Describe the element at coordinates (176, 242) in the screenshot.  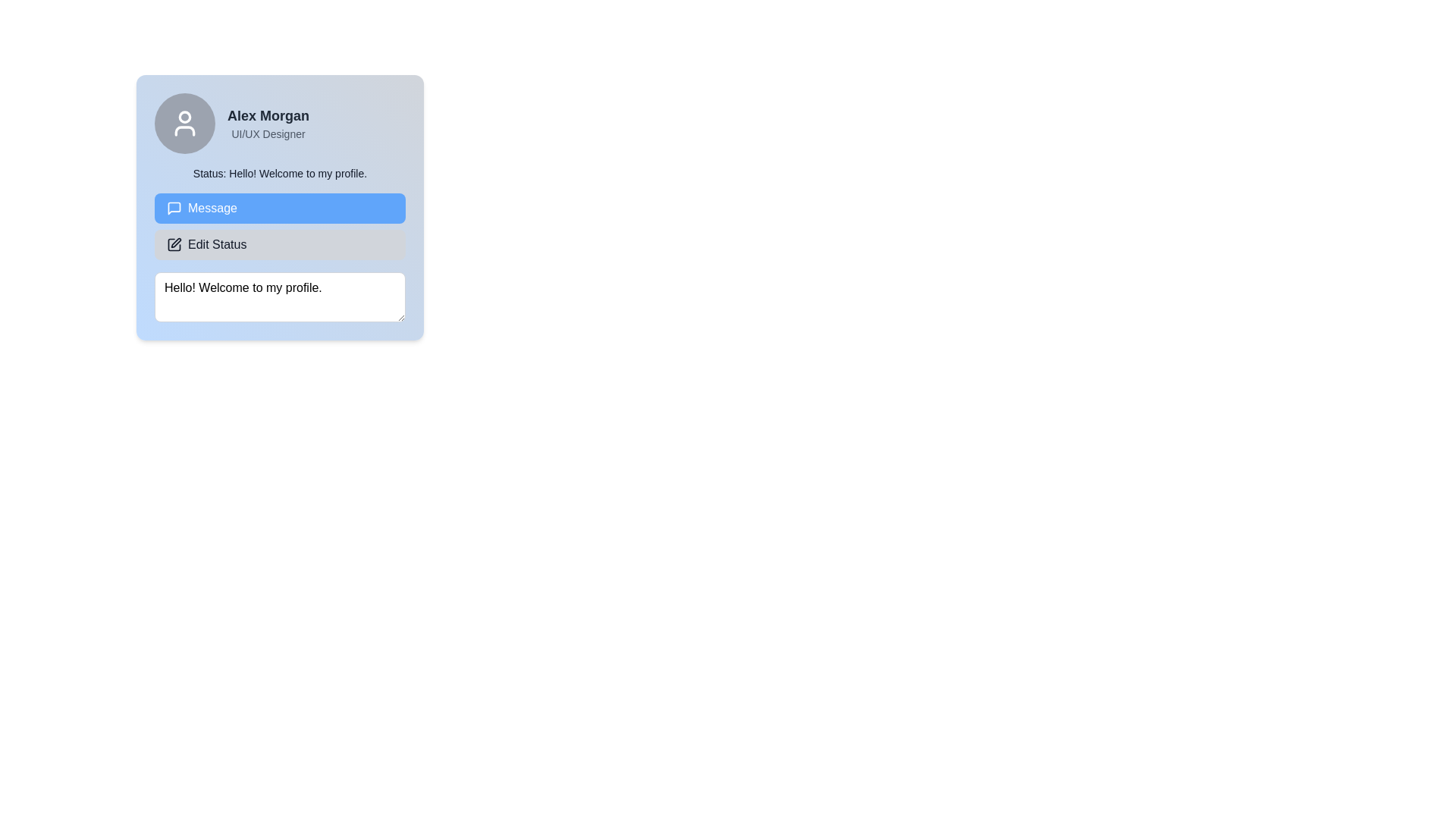
I see `the edit icon located to the left of the 'Edit Status' button` at that location.